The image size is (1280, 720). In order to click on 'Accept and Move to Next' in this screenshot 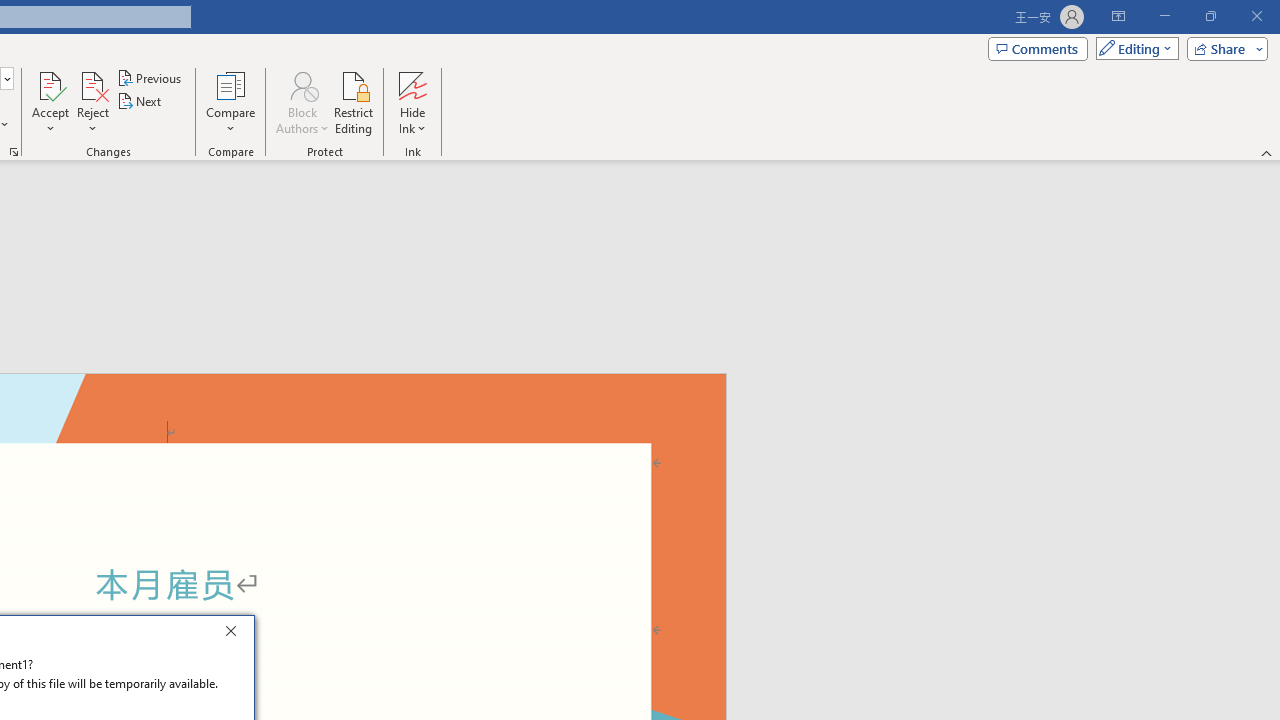, I will do `click(50, 84)`.